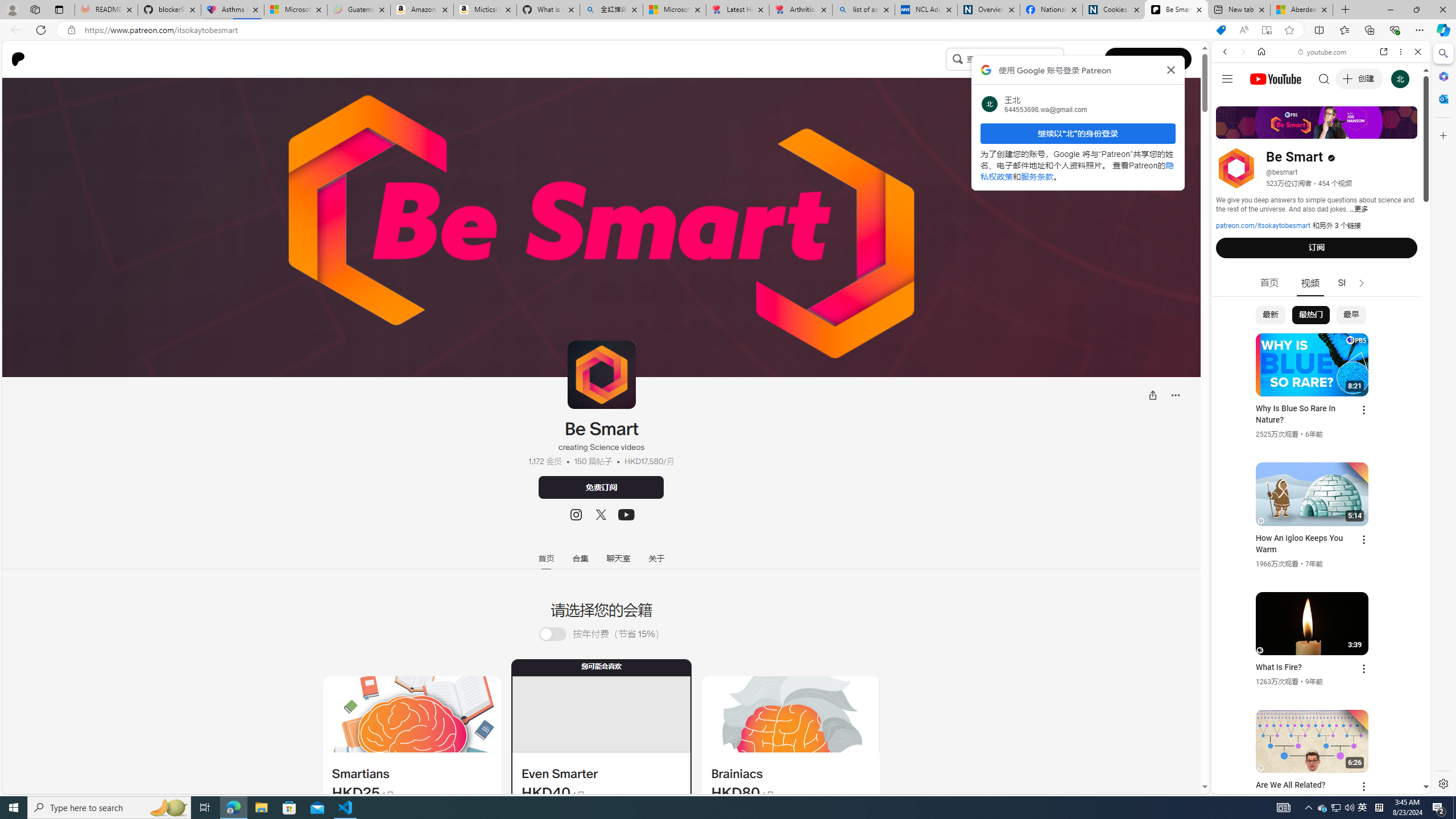 This screenshot has height=819, width=1456. What do you see at coordinates (1319, 337) in the screenshot?
I see `'Trailer #2 [HD]'` at bounding box center [1319, 337].